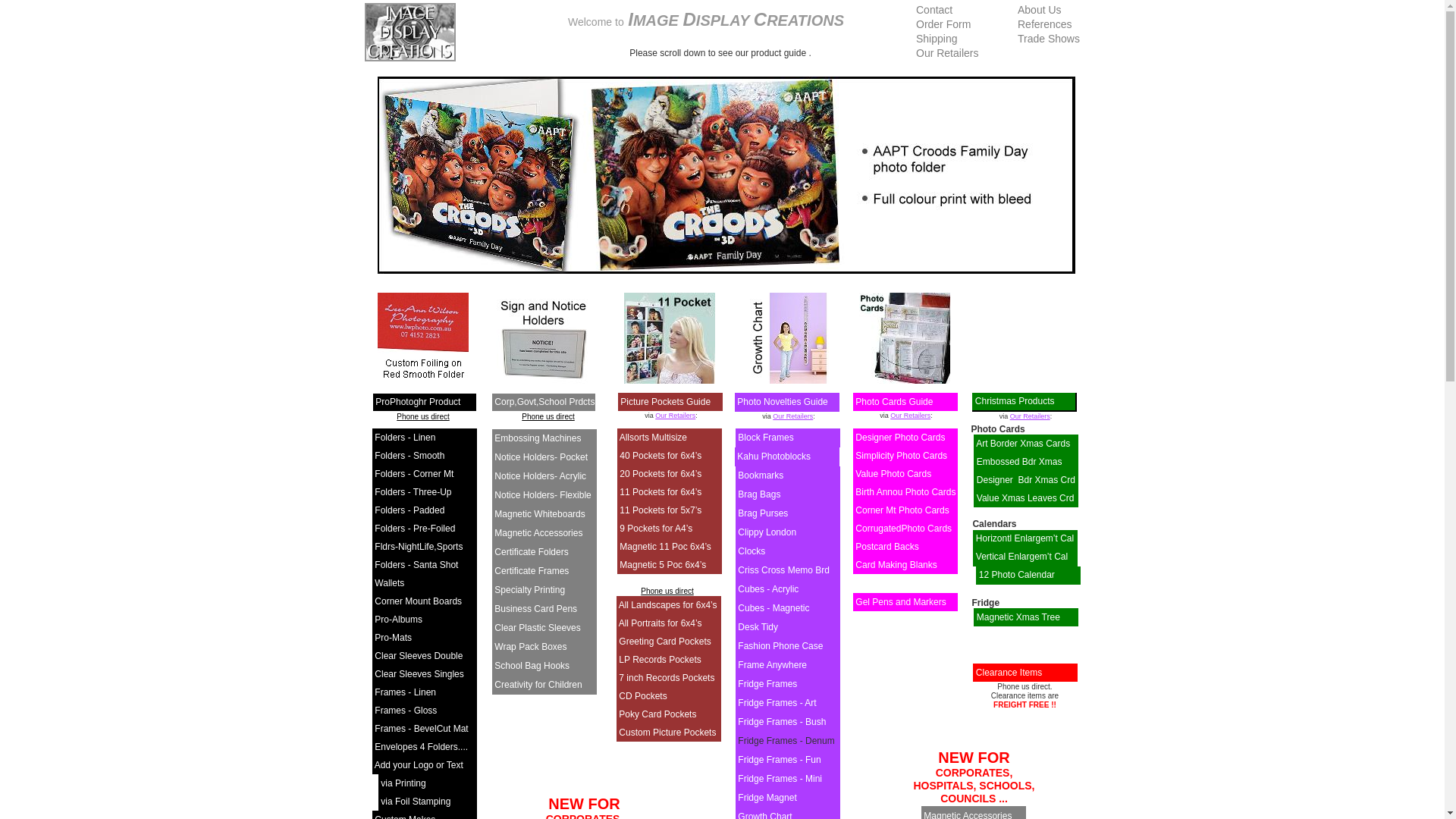 The width and height of the screenshot is (1456, 819). What do you see at coordinates (896, 564) in the screenshot?
I see `'Card Making Blanks'` at bounding box center [896, 564].